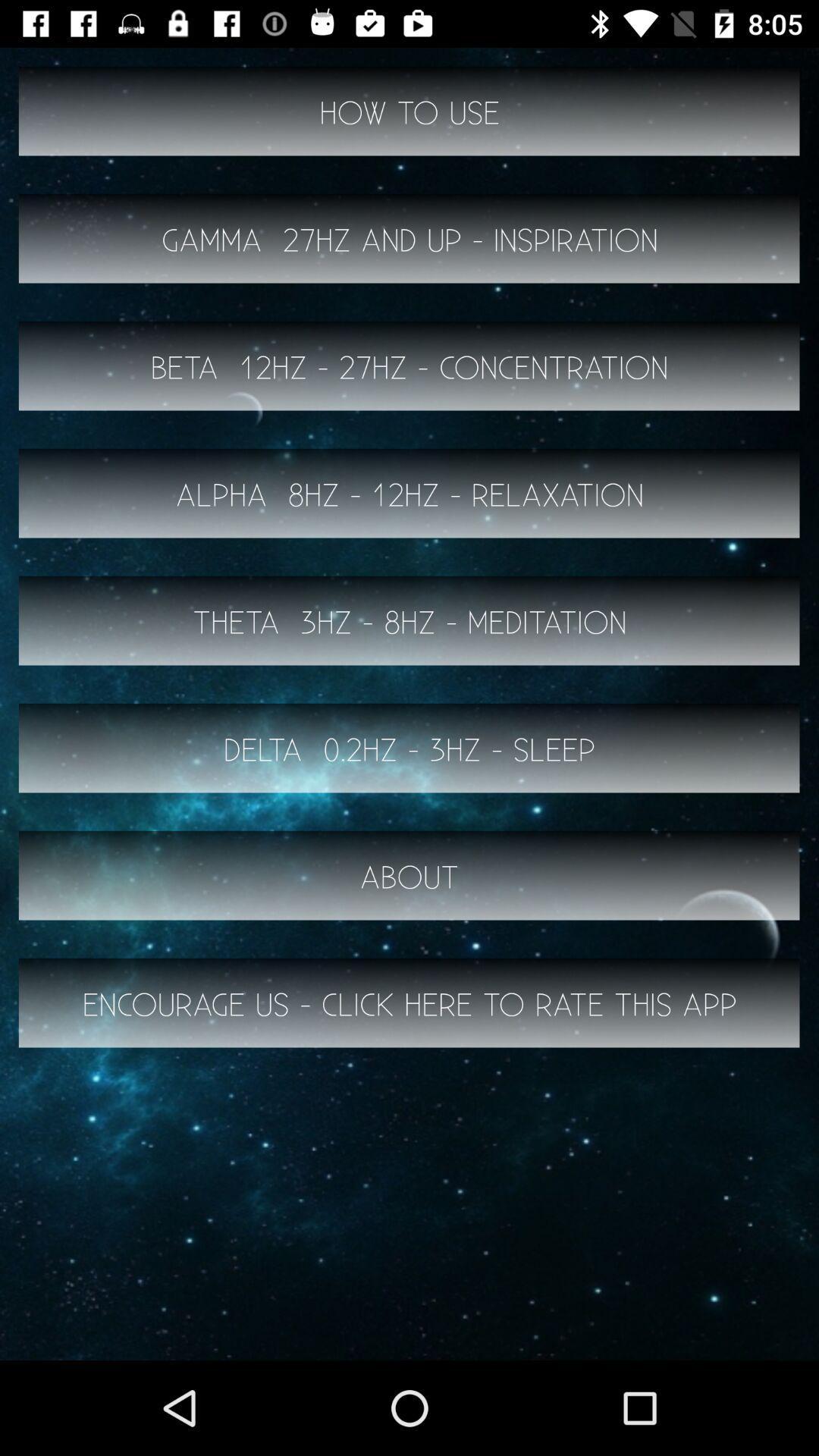 The image size is (819, 1456). What do you see at coordinates (409, 621) in the screenshot?
I see `the theta 3hz 8hz item` at bounding box center [409, 621].